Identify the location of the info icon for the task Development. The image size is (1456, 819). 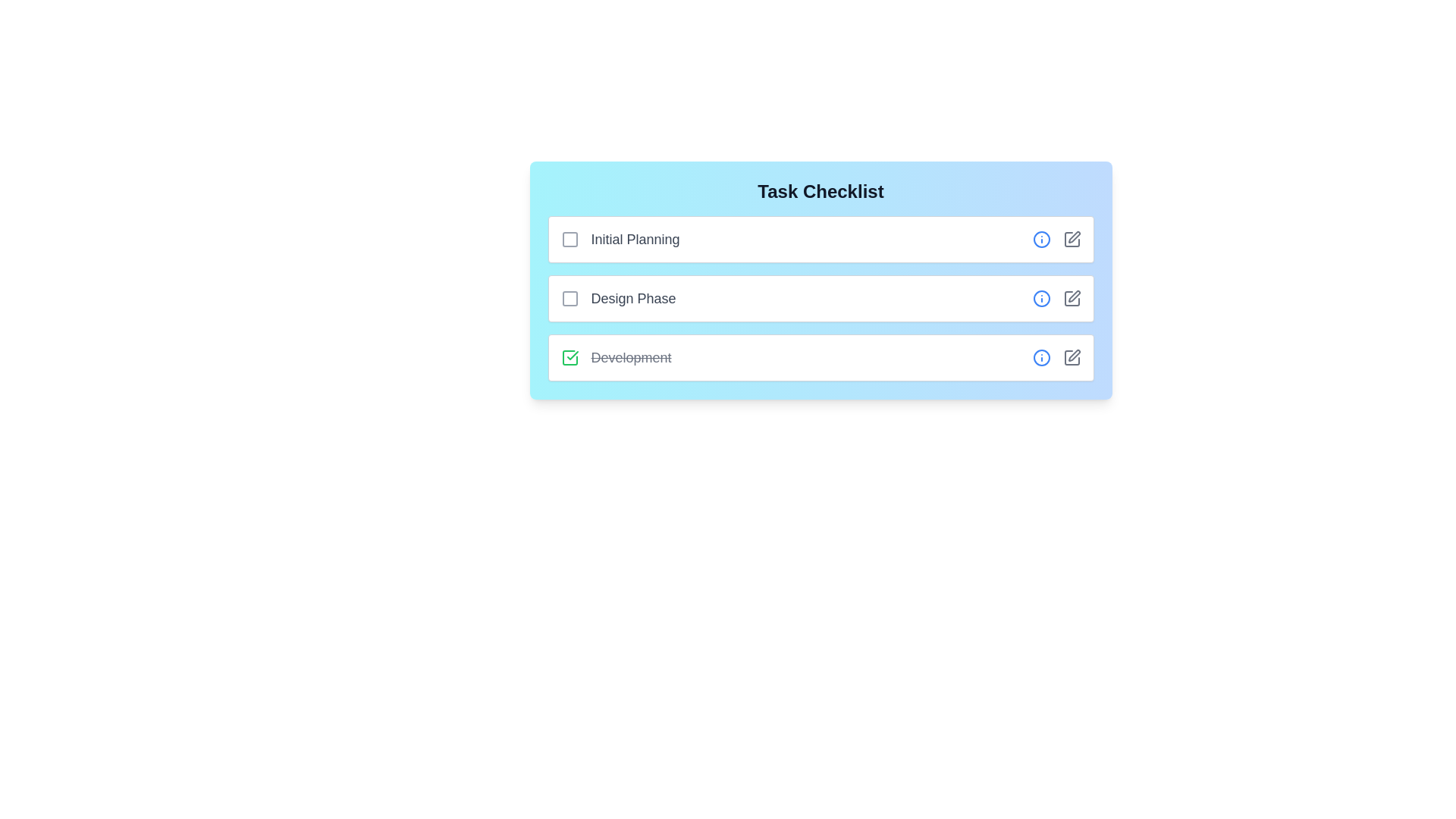
(1040, 357).